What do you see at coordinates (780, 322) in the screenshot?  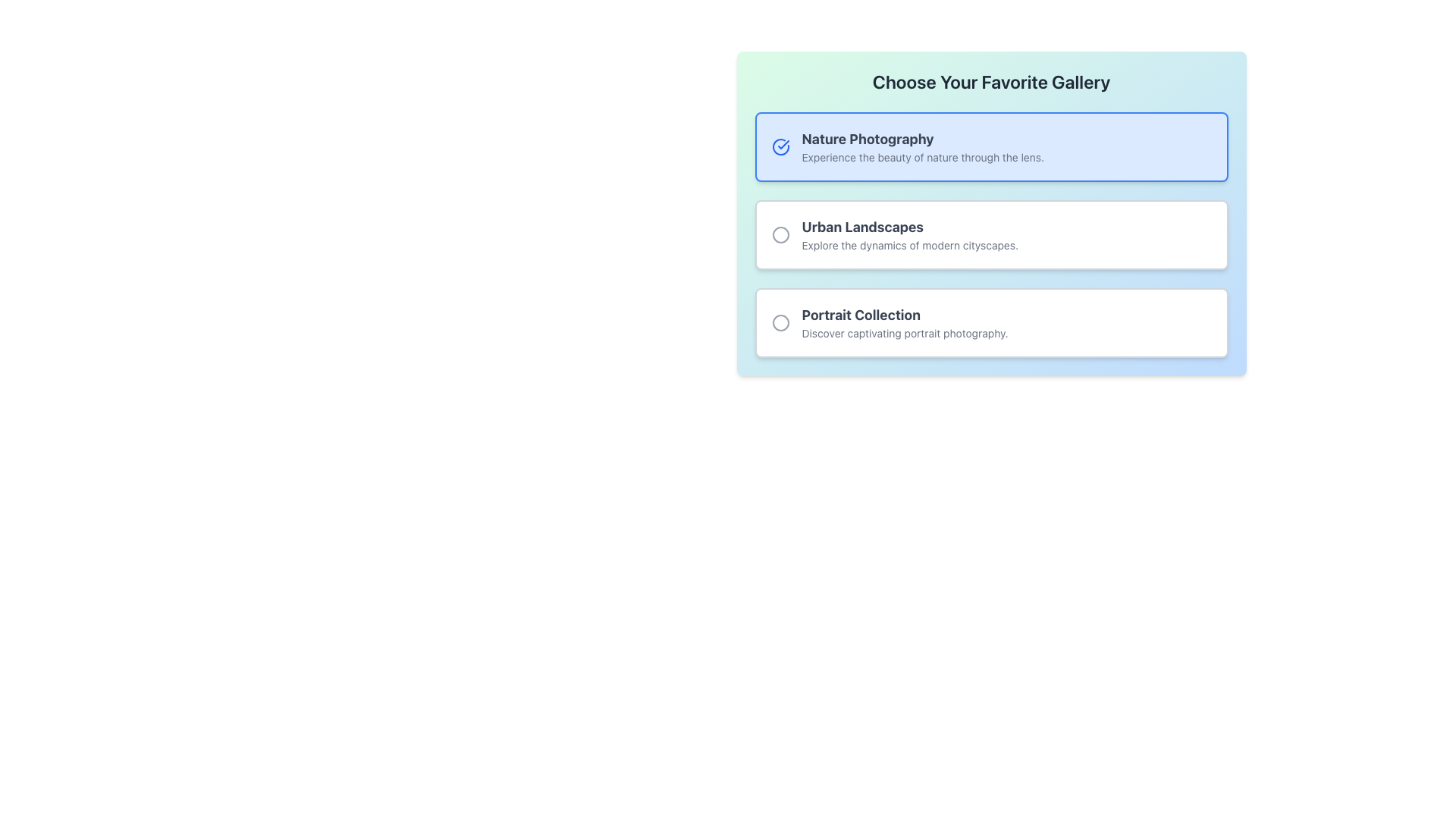 I see `the circular radio button indicator with a gray border located to the left of the 'Portrait Collection' label` at bounding box center [780, 322].